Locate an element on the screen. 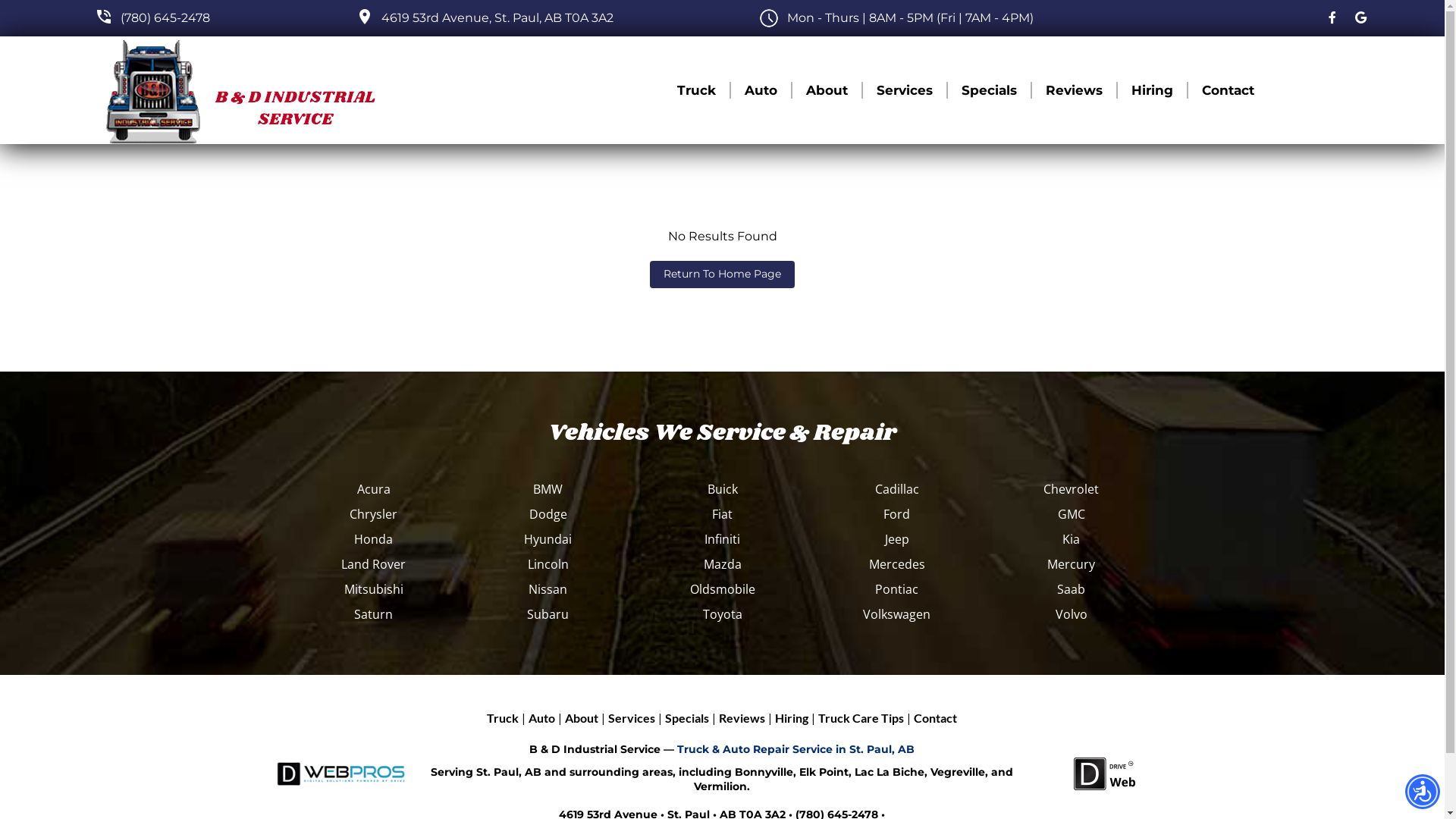 The height and width of the screenshot is (819, 1456). 'BMW' is located at coordinates (548, 488).